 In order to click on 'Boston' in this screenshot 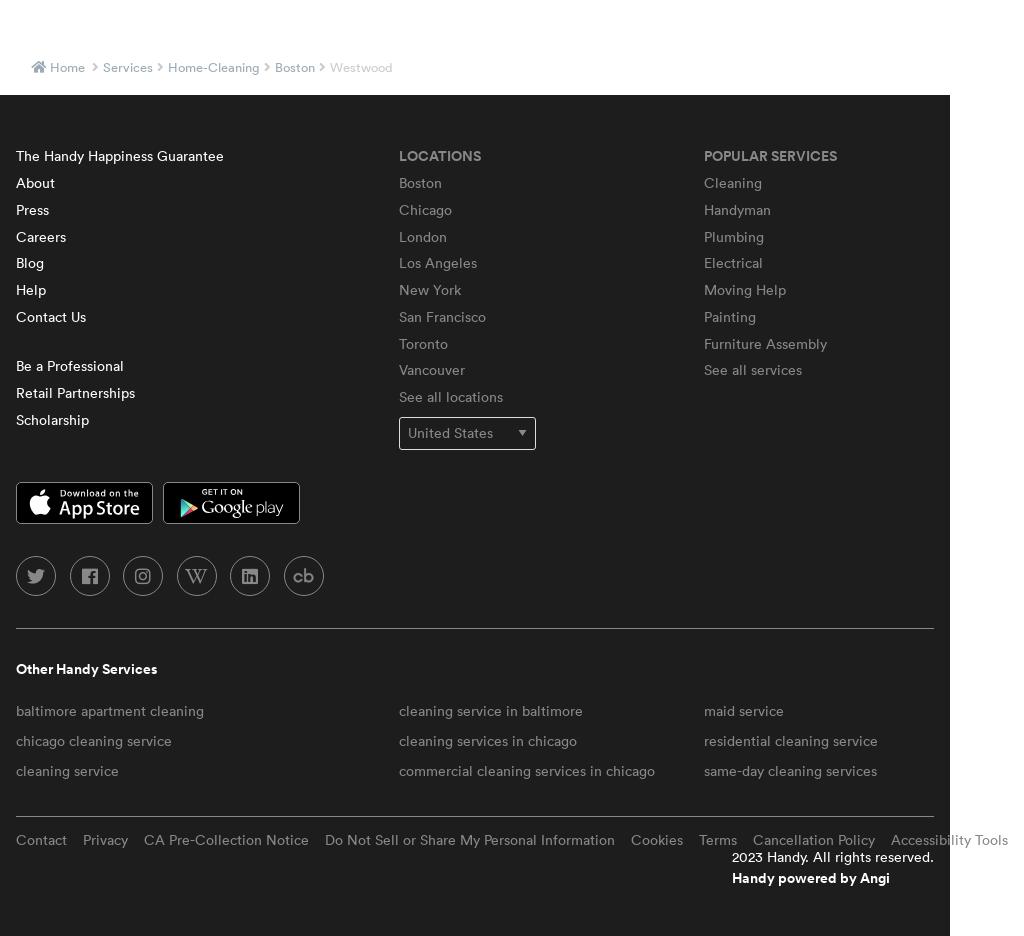, I will do `click(397, 180)`.